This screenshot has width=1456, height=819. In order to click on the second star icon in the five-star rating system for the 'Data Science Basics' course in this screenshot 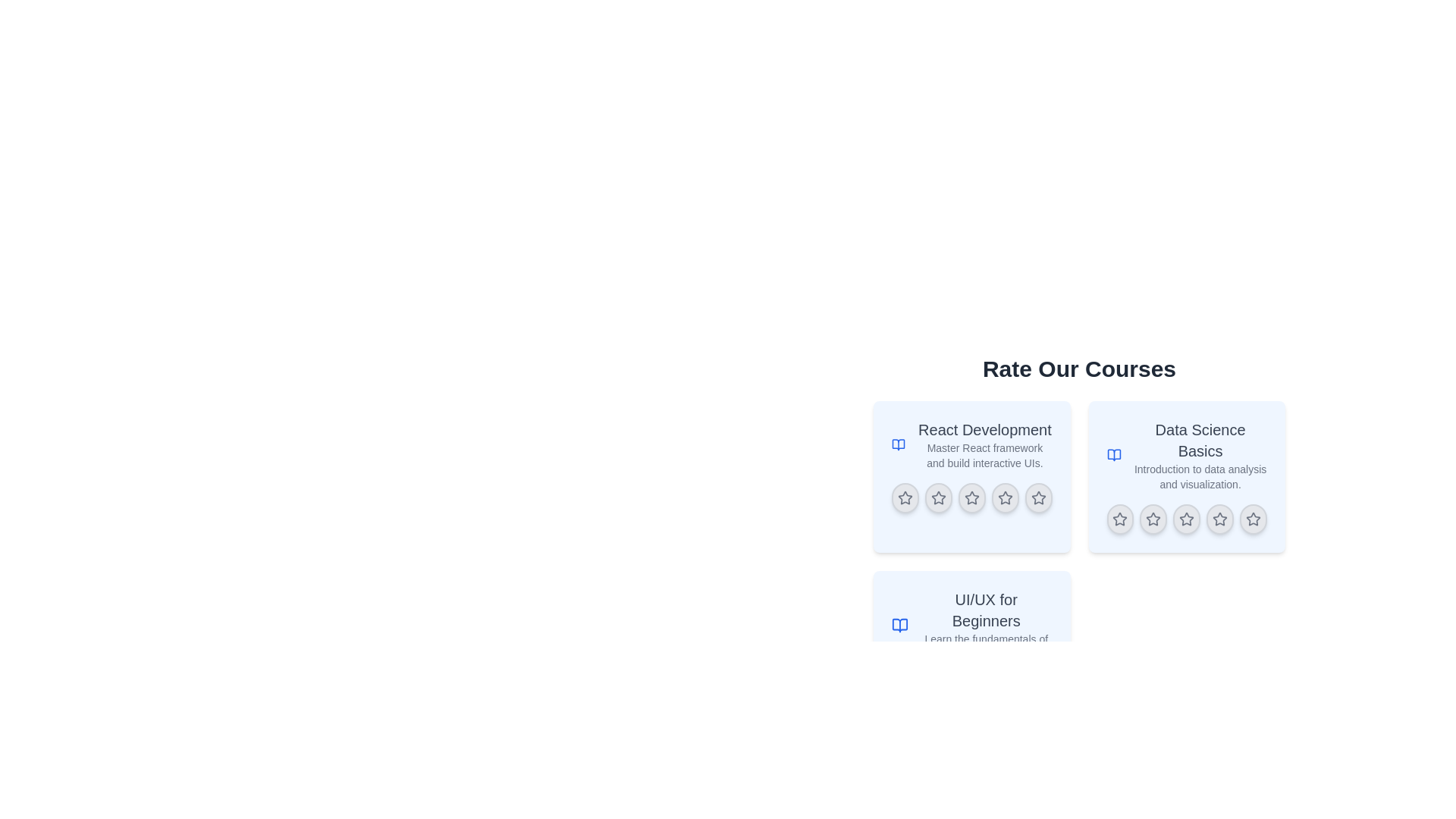, I will do `click(1153, 519)`.